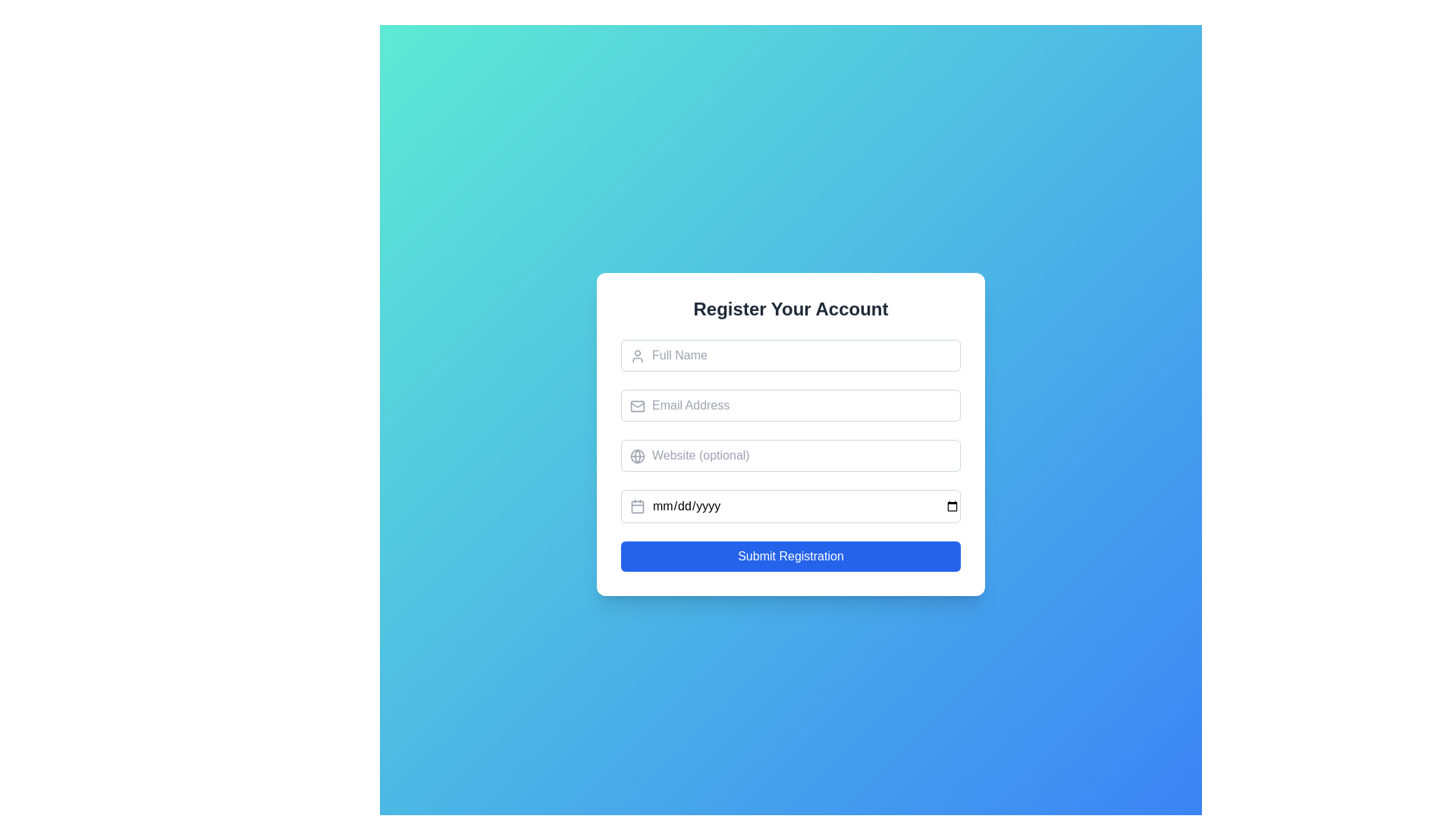 Image resolution: width=1456 pixels, height=819 pixels. I want to click on the SVG rectangle component that is part of the calendar icon, positioned next to the date input field marked with 'mm/dd/yyyy', so click(637, 506).